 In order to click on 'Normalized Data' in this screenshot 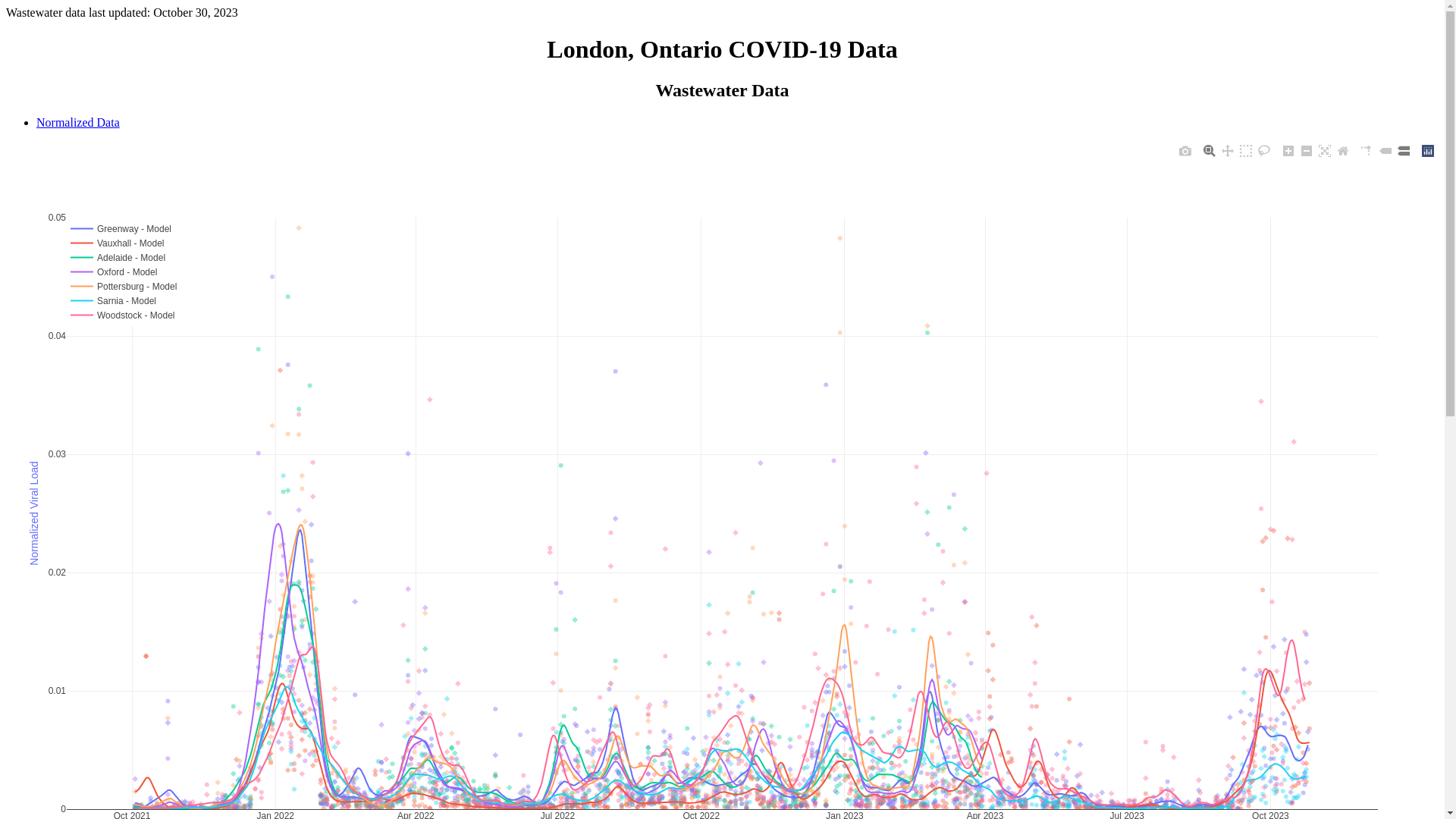, I will do `click(77, 121)`.